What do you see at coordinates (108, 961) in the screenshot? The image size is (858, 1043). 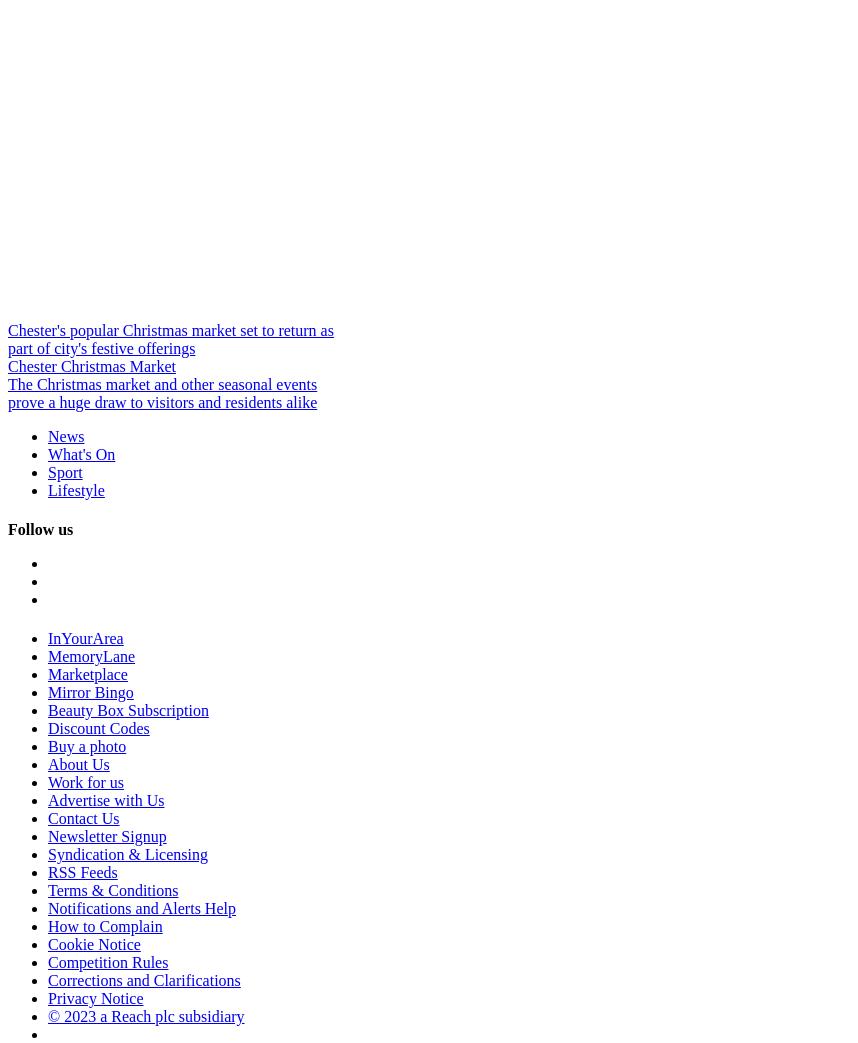 I see `'Competition Rules'` at bounding box center [108, 961].